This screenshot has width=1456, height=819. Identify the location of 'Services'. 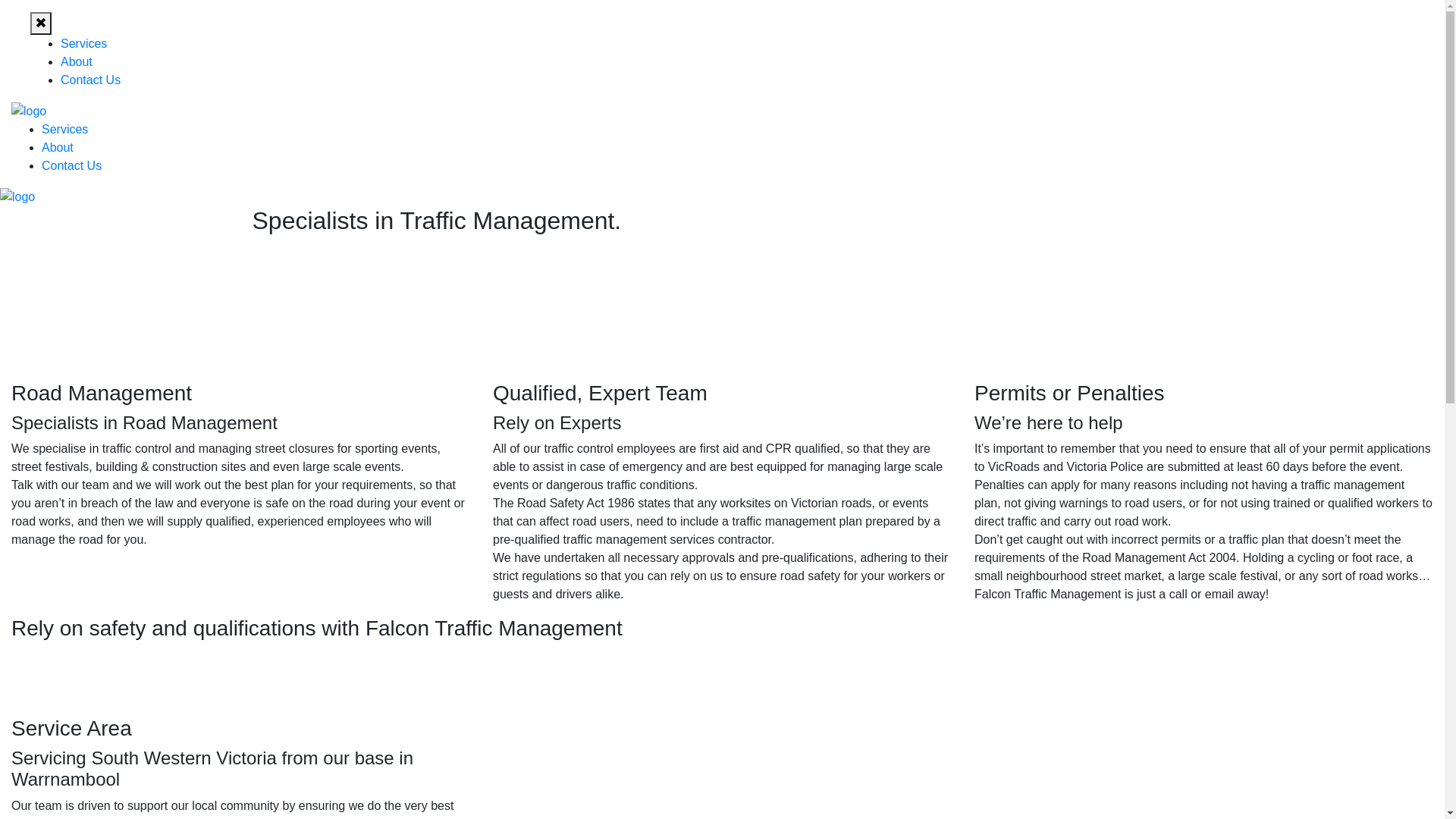
(83, 42).